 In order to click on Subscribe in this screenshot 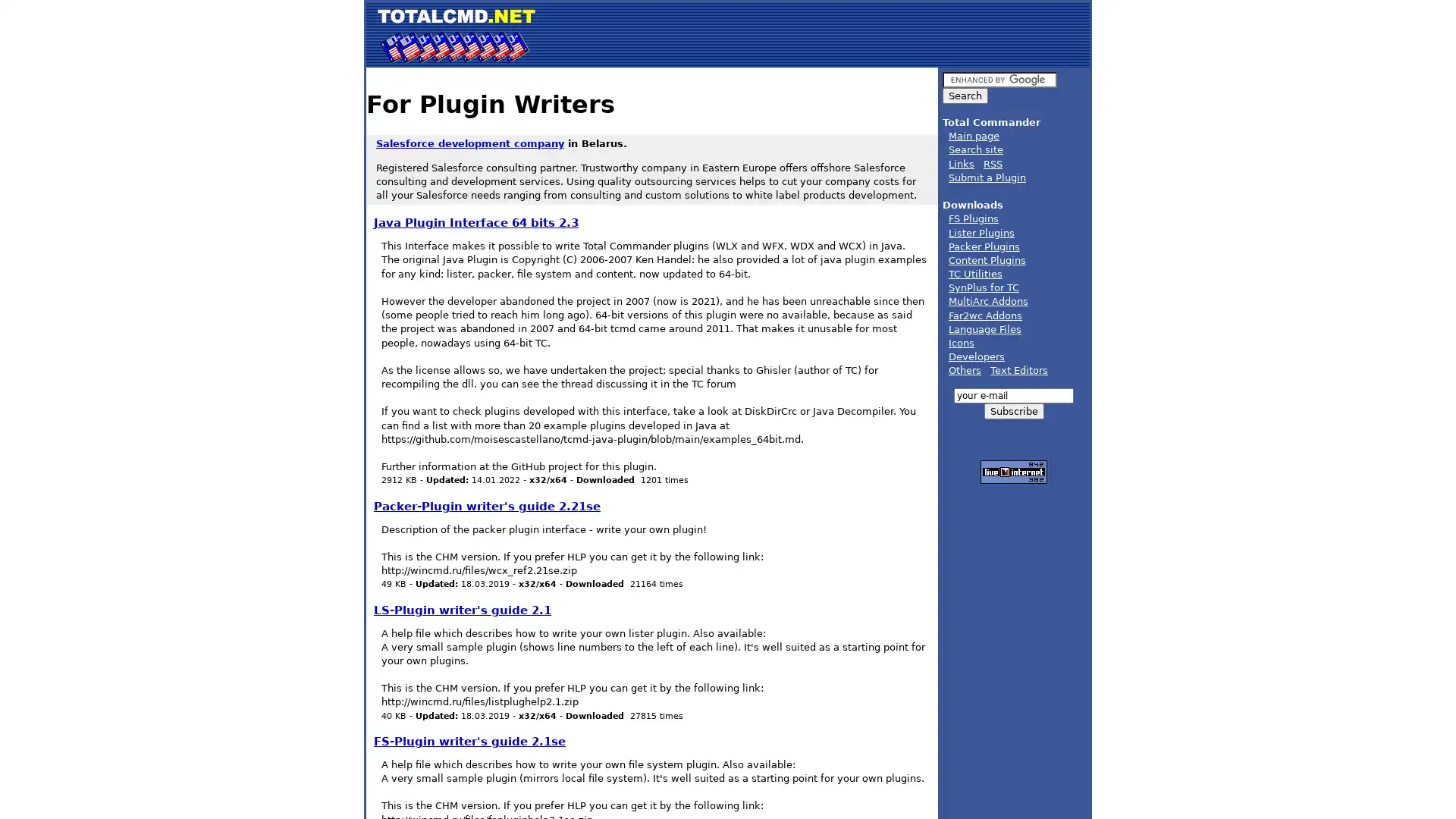, I will do `click(1013, 410)`.